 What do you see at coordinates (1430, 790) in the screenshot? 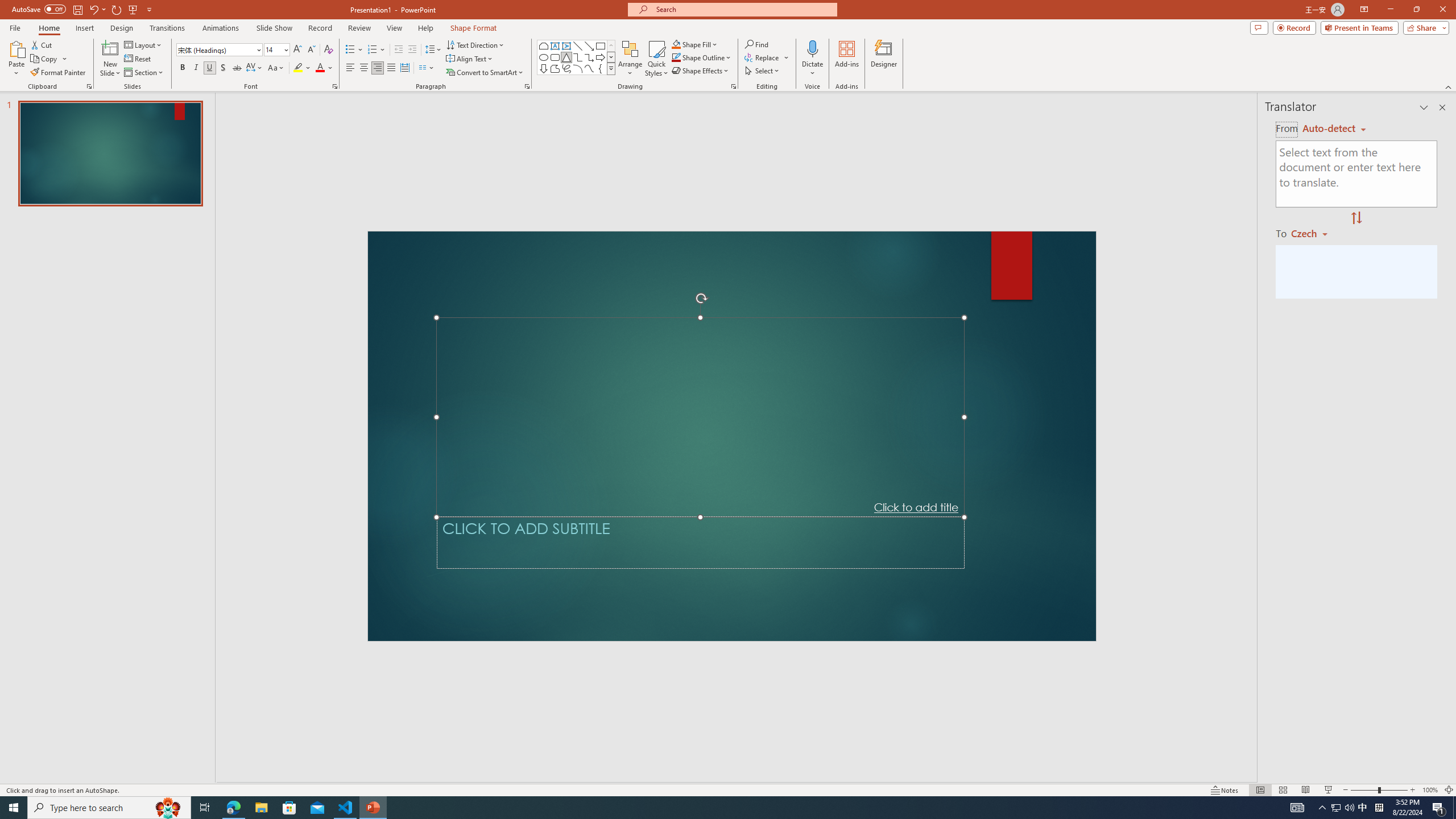
I see `'Zoom 100%'` at bounding box center [1430, 790].